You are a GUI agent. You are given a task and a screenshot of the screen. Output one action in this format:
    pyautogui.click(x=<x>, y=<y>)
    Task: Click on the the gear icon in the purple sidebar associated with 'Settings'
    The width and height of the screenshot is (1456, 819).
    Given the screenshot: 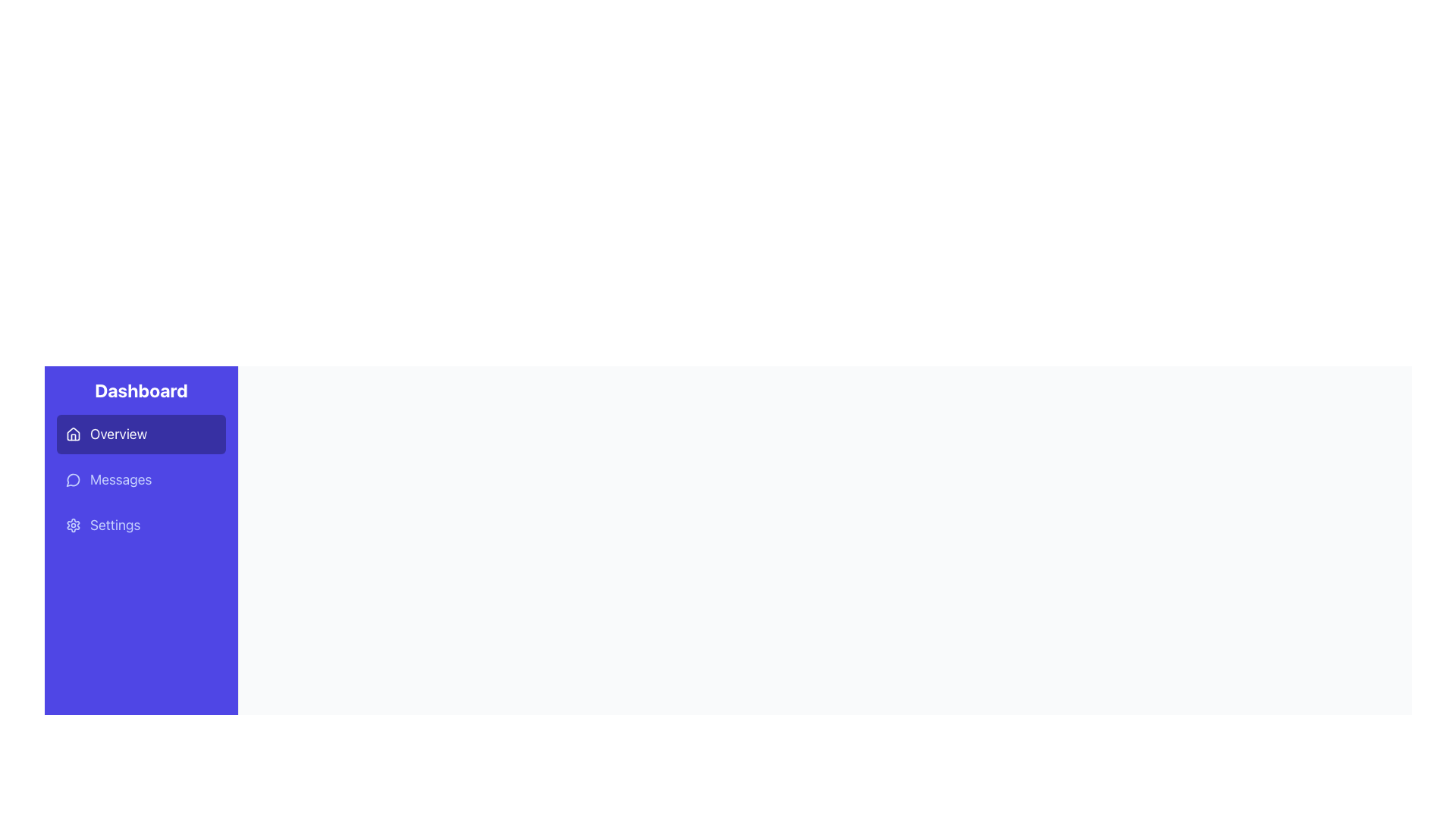 What is the action you would take?
    pyautogui.click(x=72, y=525)
    